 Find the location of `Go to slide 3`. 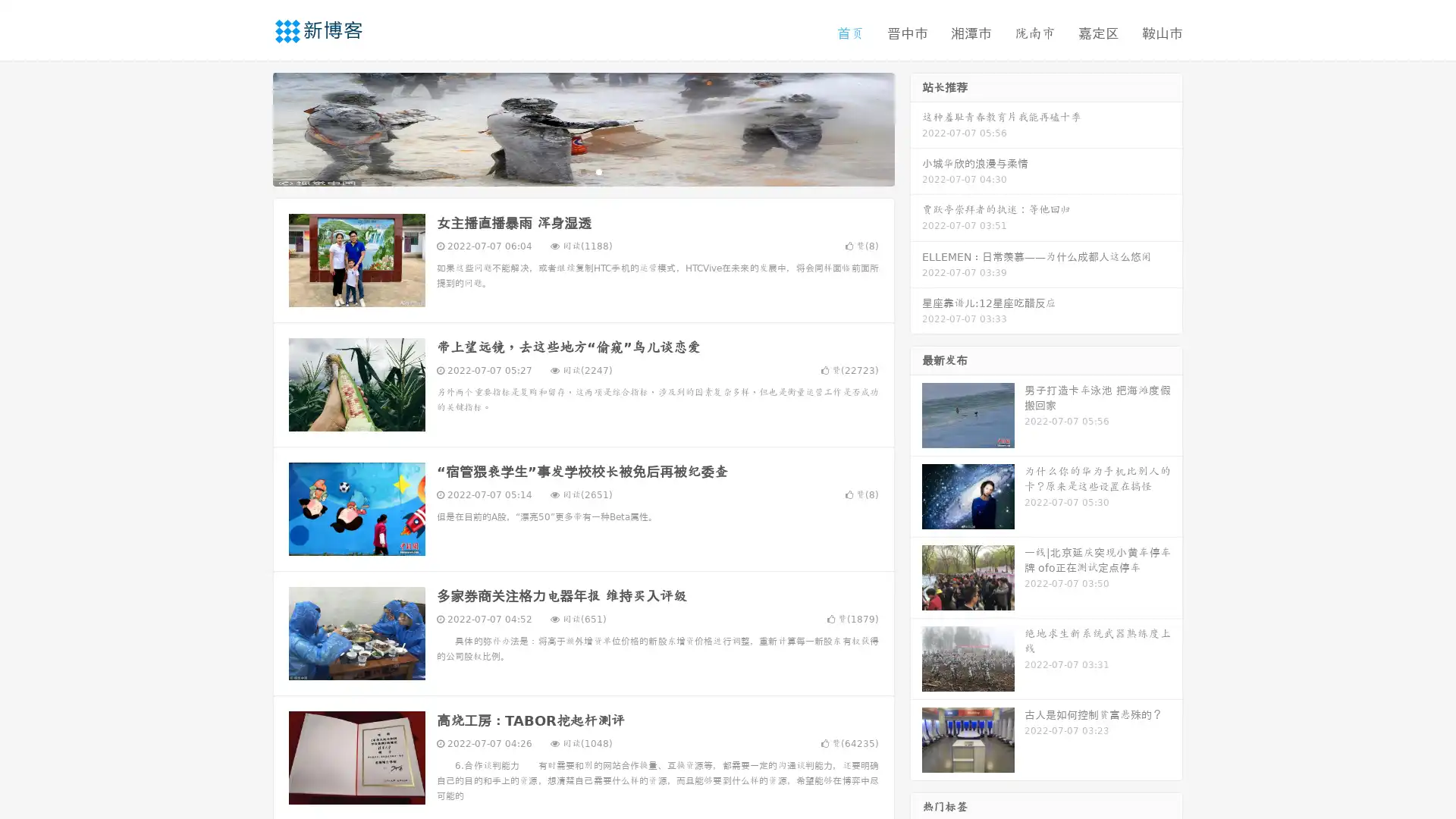

Go to slide 3 is located at coordinates (598, 171).